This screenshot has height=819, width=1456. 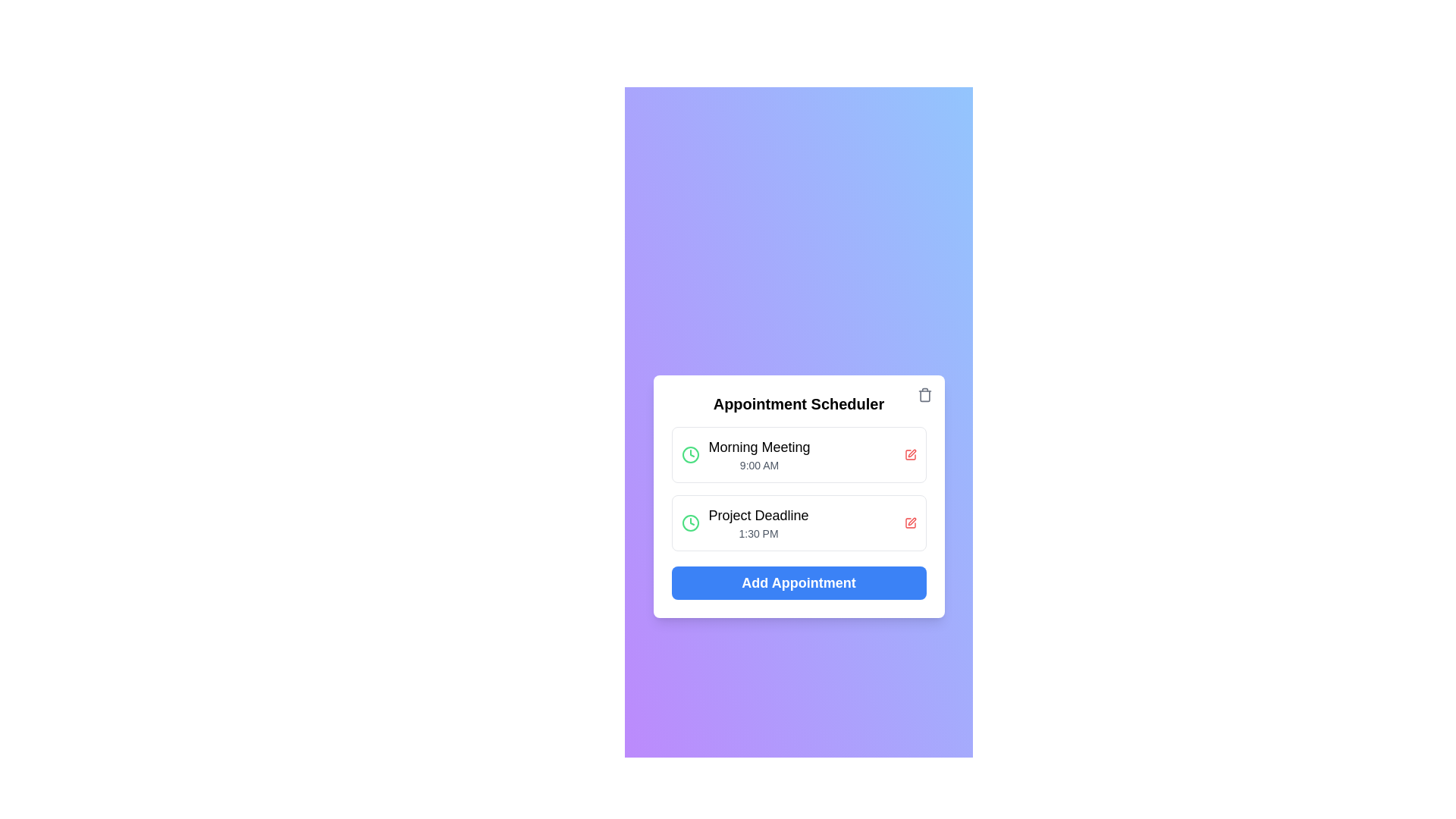 I want to click on the interactive edit icon located on the right side of the 'Morning Meeting' event panel to initiate the editing process, so click(x=910, y=454).